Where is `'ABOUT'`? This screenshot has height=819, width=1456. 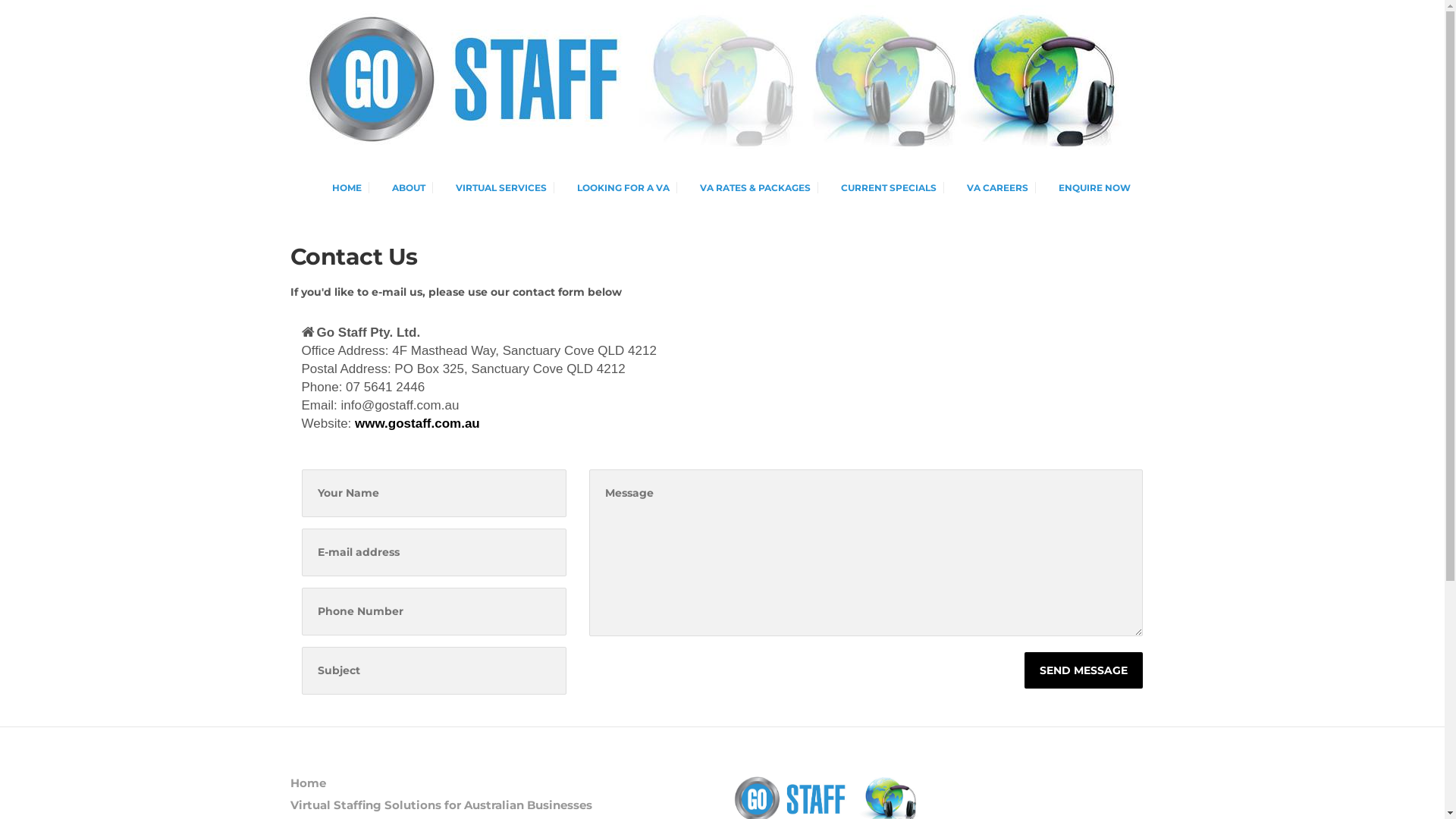 'ABOUT' is located at coordinates (400, 187).